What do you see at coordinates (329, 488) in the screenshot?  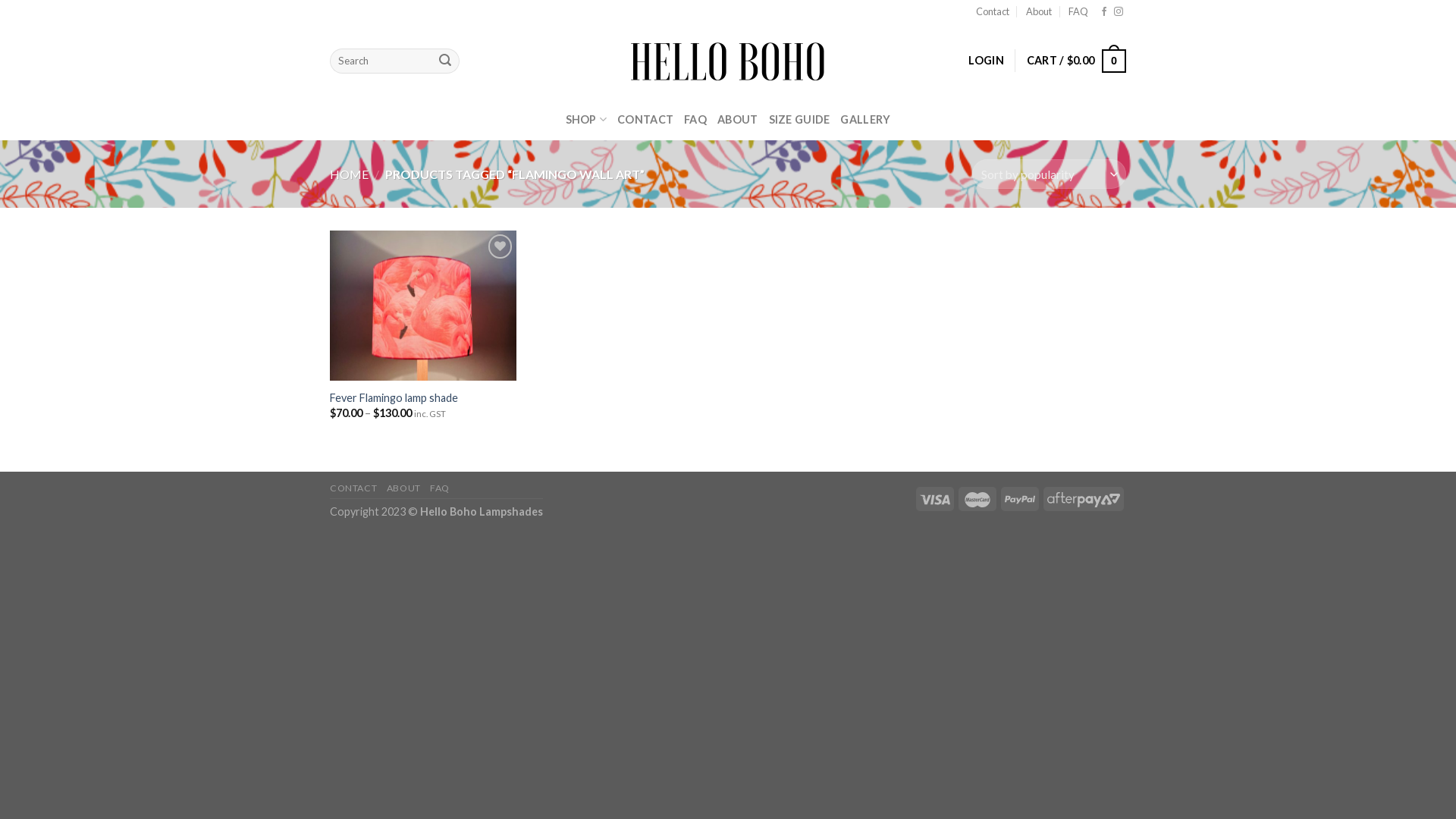 I see `'CONTACT'` at bounding box center [329, 488].